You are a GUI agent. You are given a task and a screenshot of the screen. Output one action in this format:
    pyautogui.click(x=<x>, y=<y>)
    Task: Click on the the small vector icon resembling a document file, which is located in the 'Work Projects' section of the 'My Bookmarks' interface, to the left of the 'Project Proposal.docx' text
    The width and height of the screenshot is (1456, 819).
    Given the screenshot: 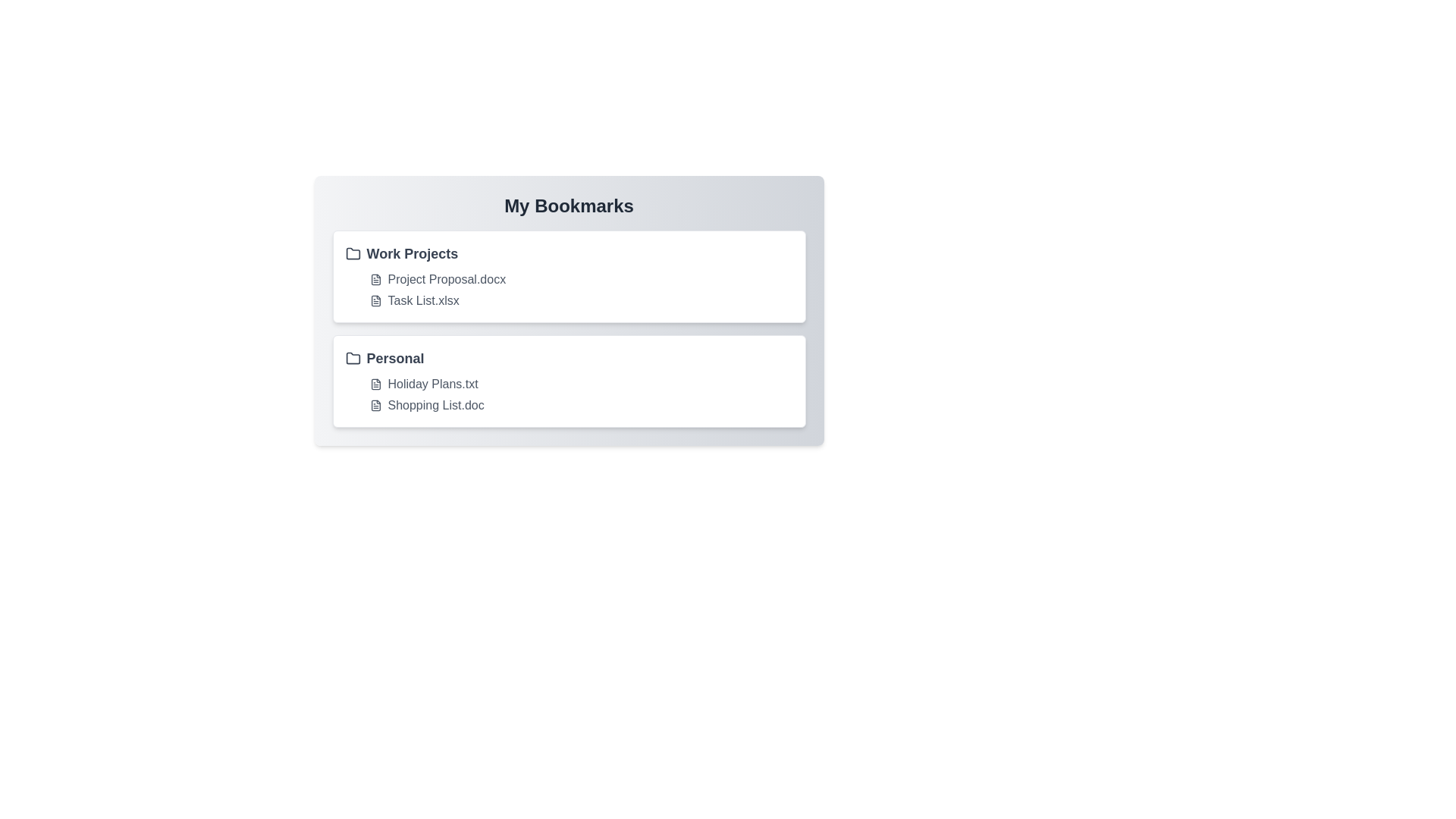 What is the action you would take?
    pyautogui.click(x=375, y=280)
    